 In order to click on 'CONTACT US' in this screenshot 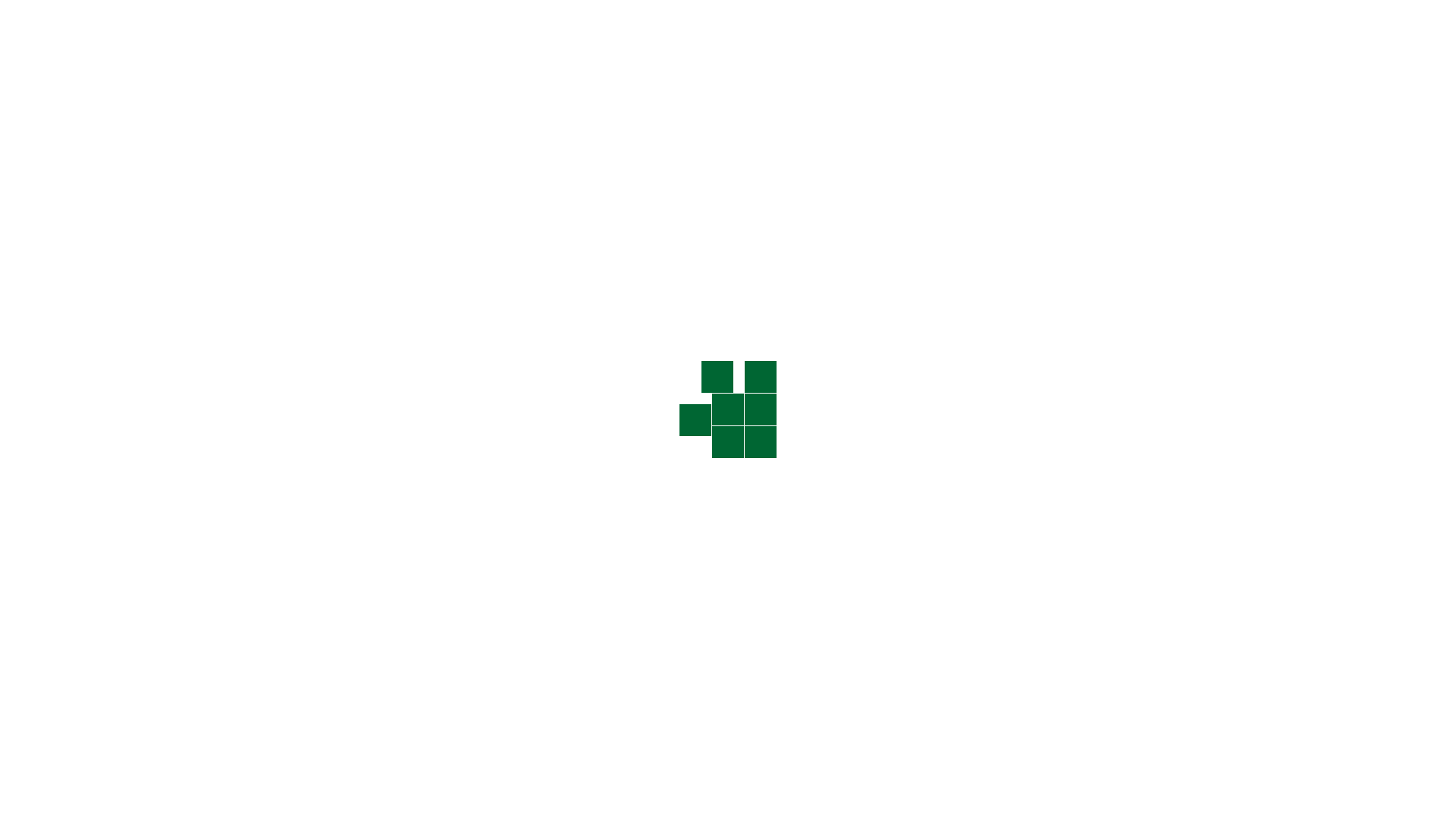, I will do `click(981, 64)`.